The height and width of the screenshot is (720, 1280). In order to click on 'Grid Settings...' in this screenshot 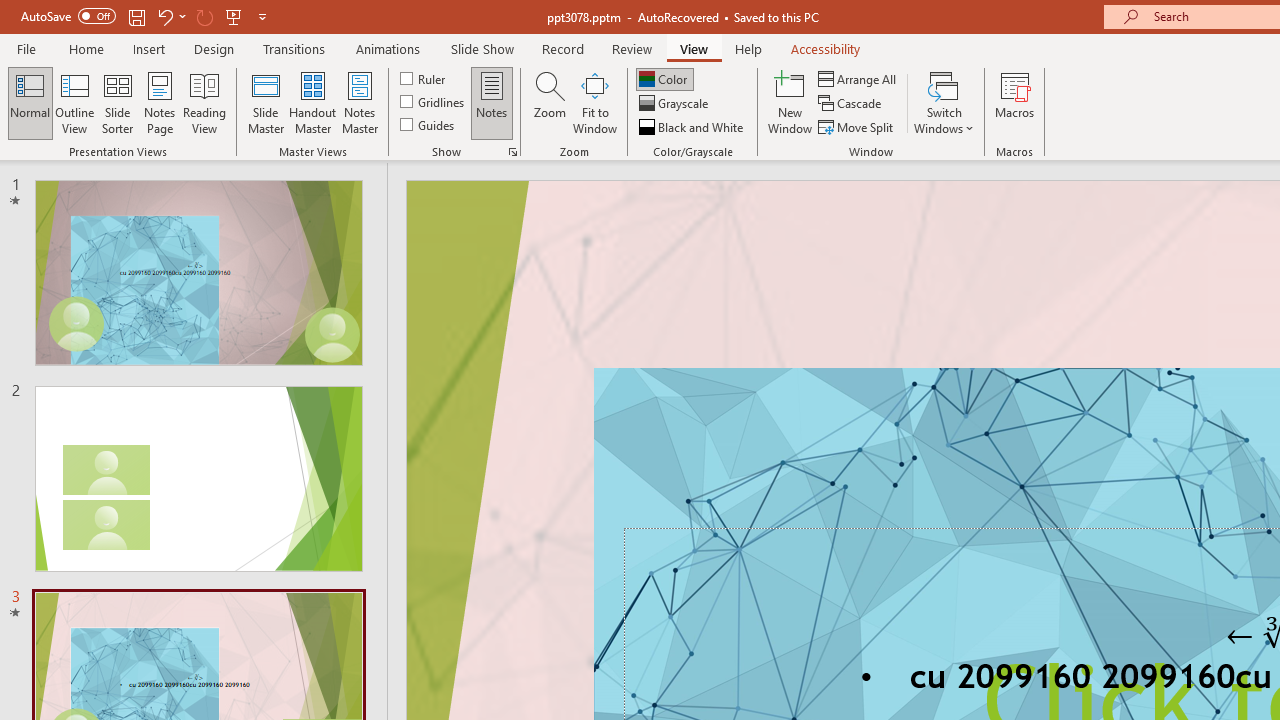, I will do `click(513, 150)`.